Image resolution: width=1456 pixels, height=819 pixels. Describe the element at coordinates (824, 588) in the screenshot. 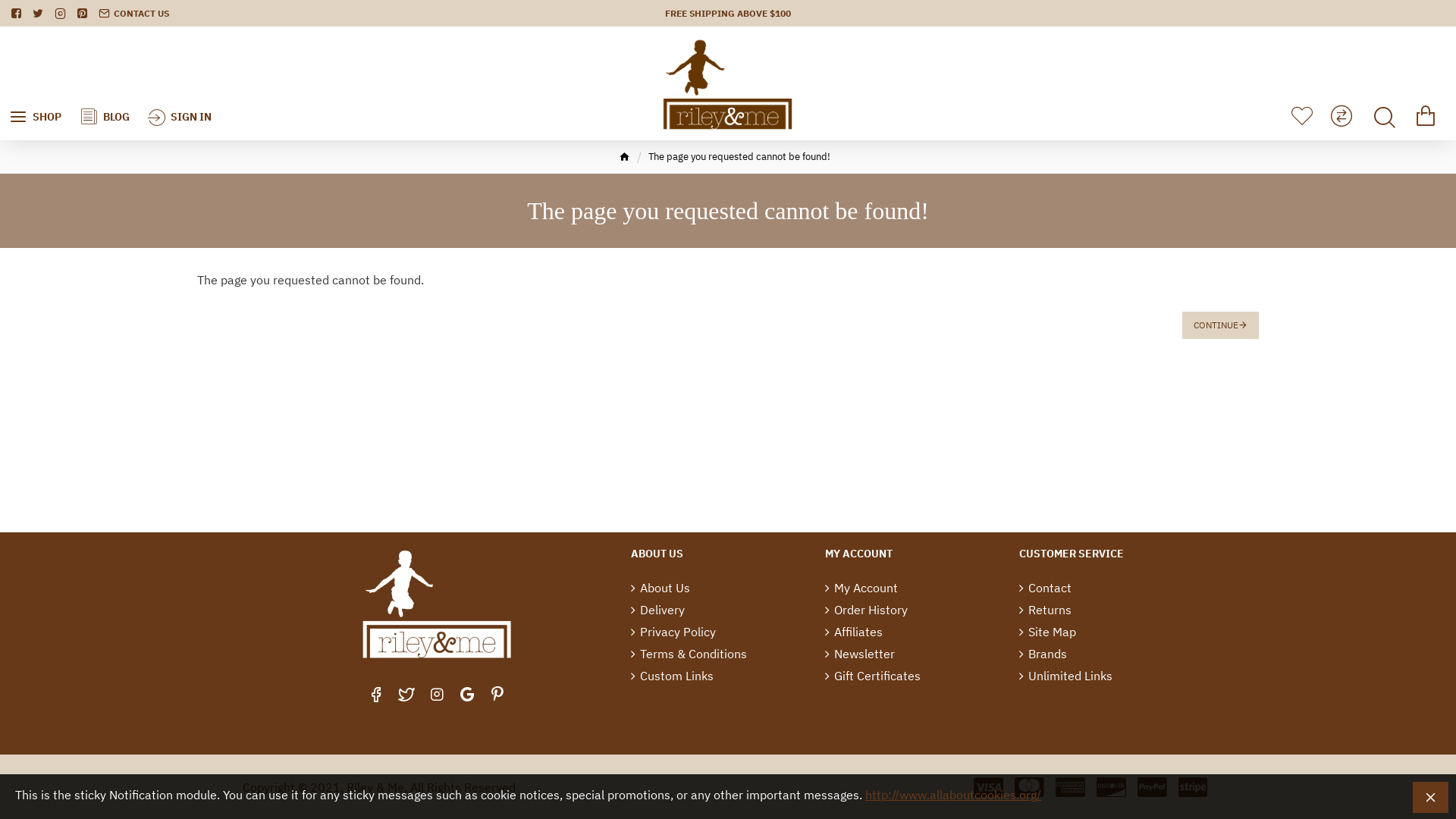

I see `'My Account'` at that location.